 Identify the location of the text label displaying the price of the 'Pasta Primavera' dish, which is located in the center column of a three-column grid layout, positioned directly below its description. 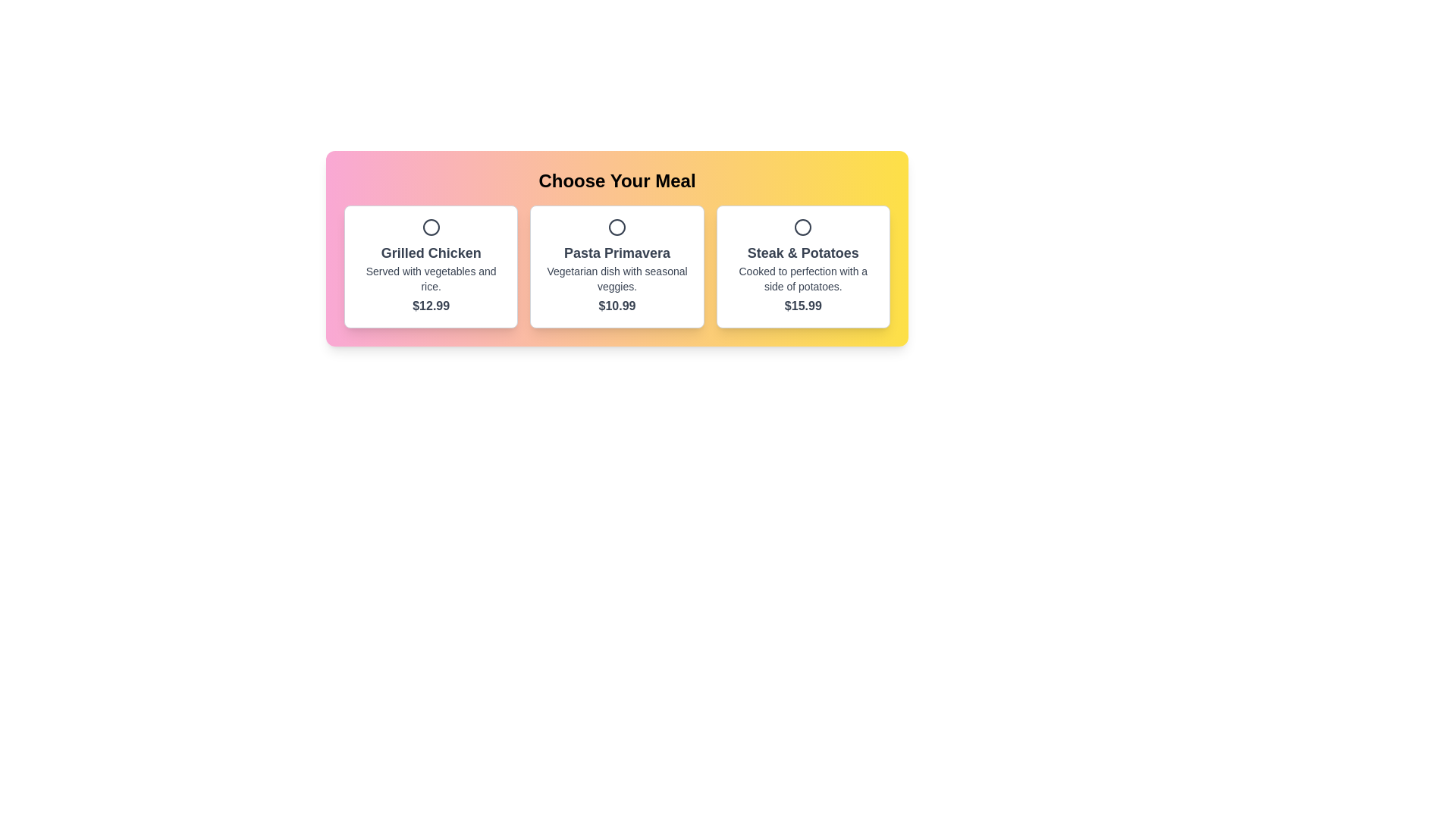
(617, 306).